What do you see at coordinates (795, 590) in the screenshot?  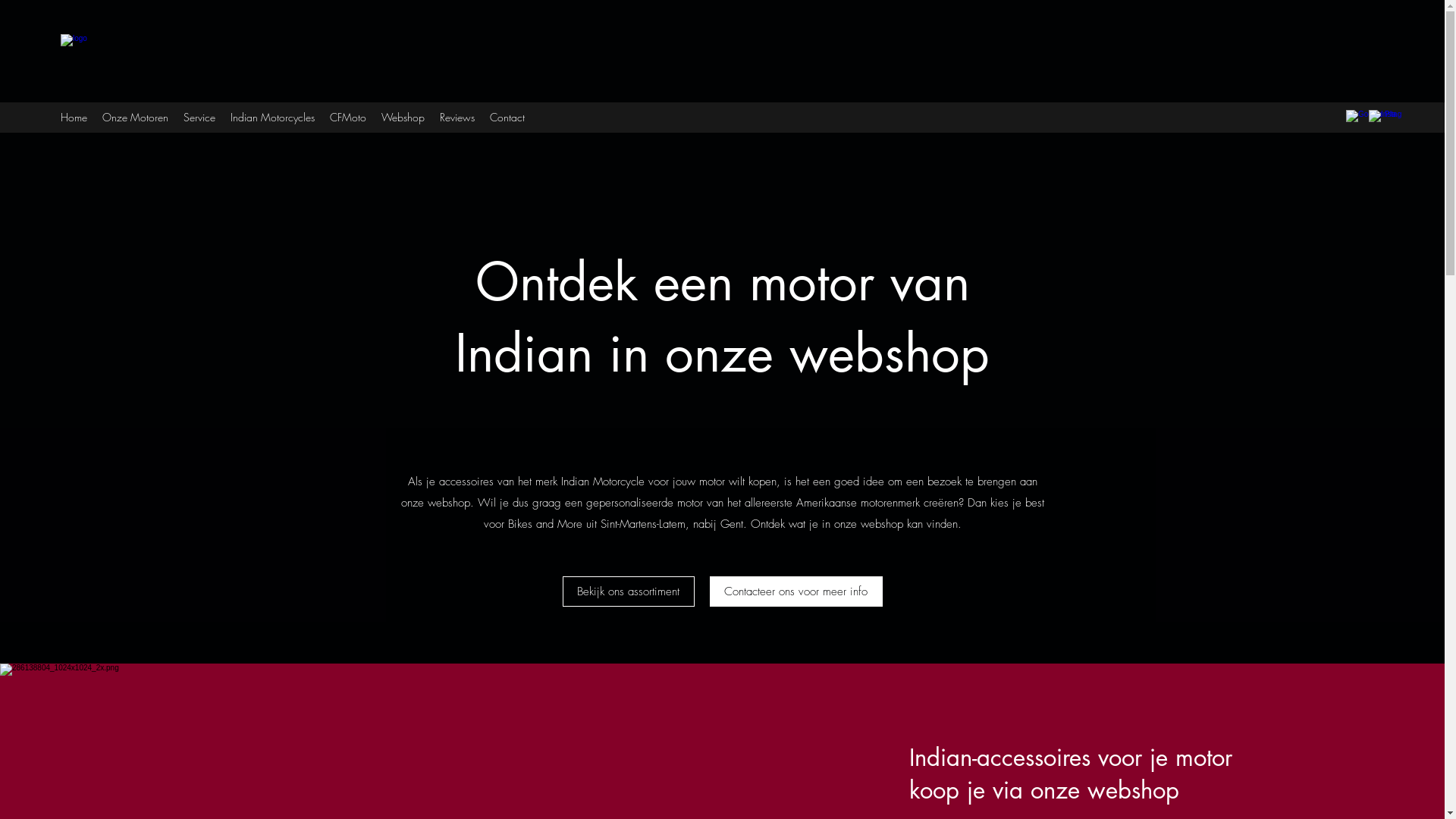 I see `'Contacteer ons voor meer info'` at bounding box center [795, 590].